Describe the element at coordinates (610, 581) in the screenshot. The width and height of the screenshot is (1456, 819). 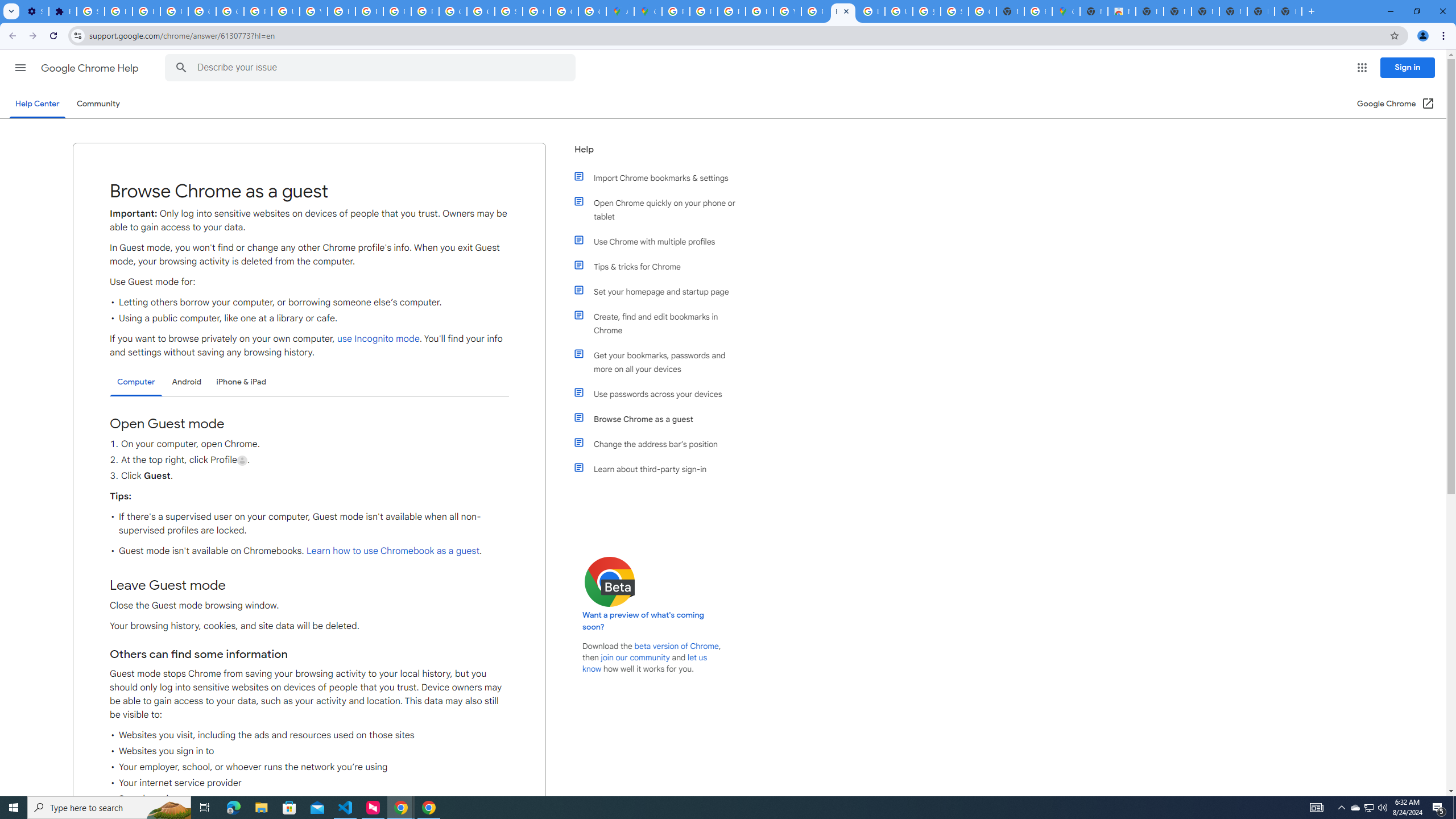
I see `'Chrome Beta logo'` at that location.